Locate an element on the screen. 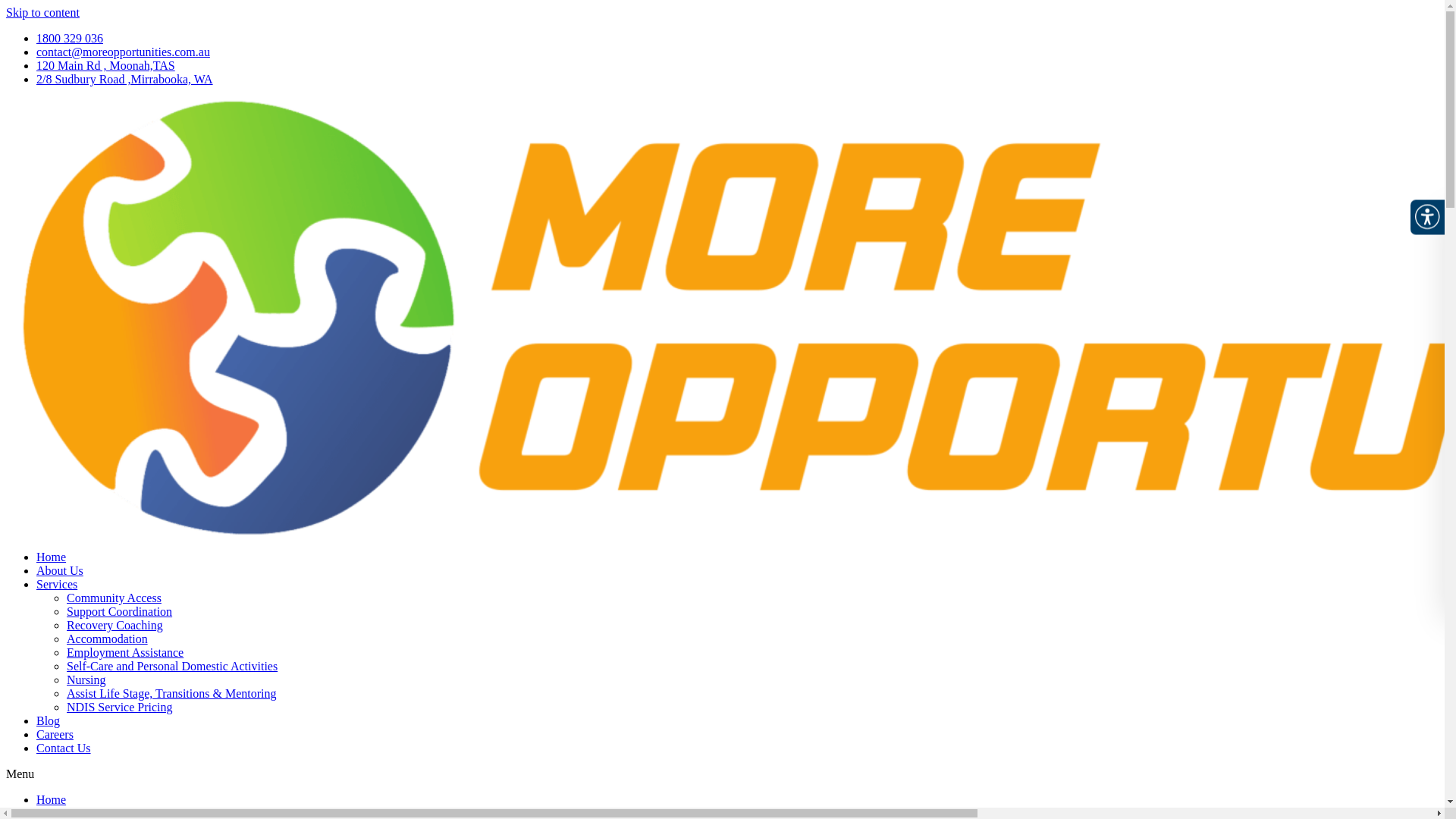 This screenshot has height=819, width=1456. 'contact@moreopportunities.com.au' is located at coordinates (123, 51).